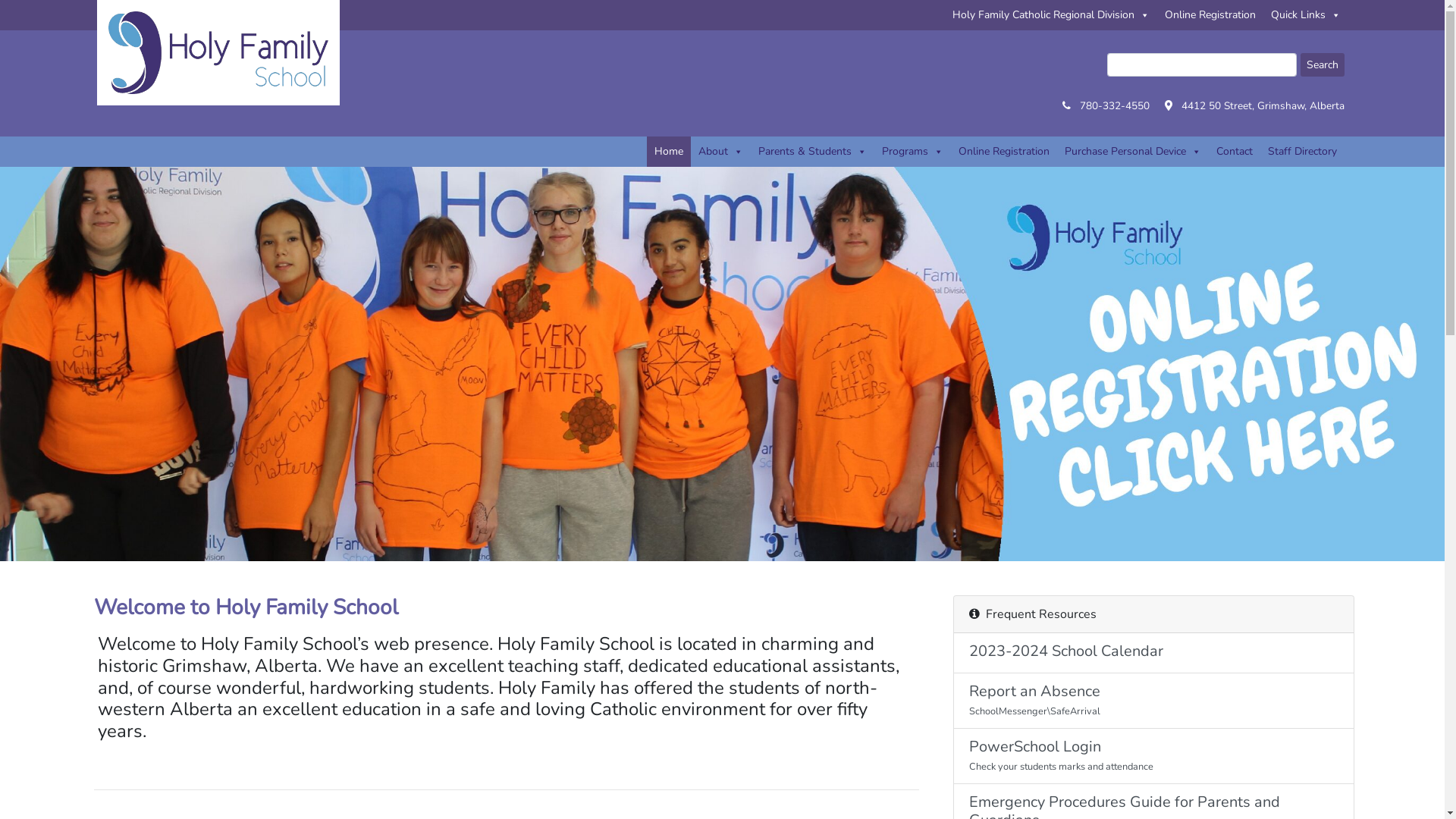 This screenshot has height=819, width=1456. What do you see at coordinates (1153, 701) in the screenshot?
I see `'Report an Absence` at bounding box center [1153, 701].